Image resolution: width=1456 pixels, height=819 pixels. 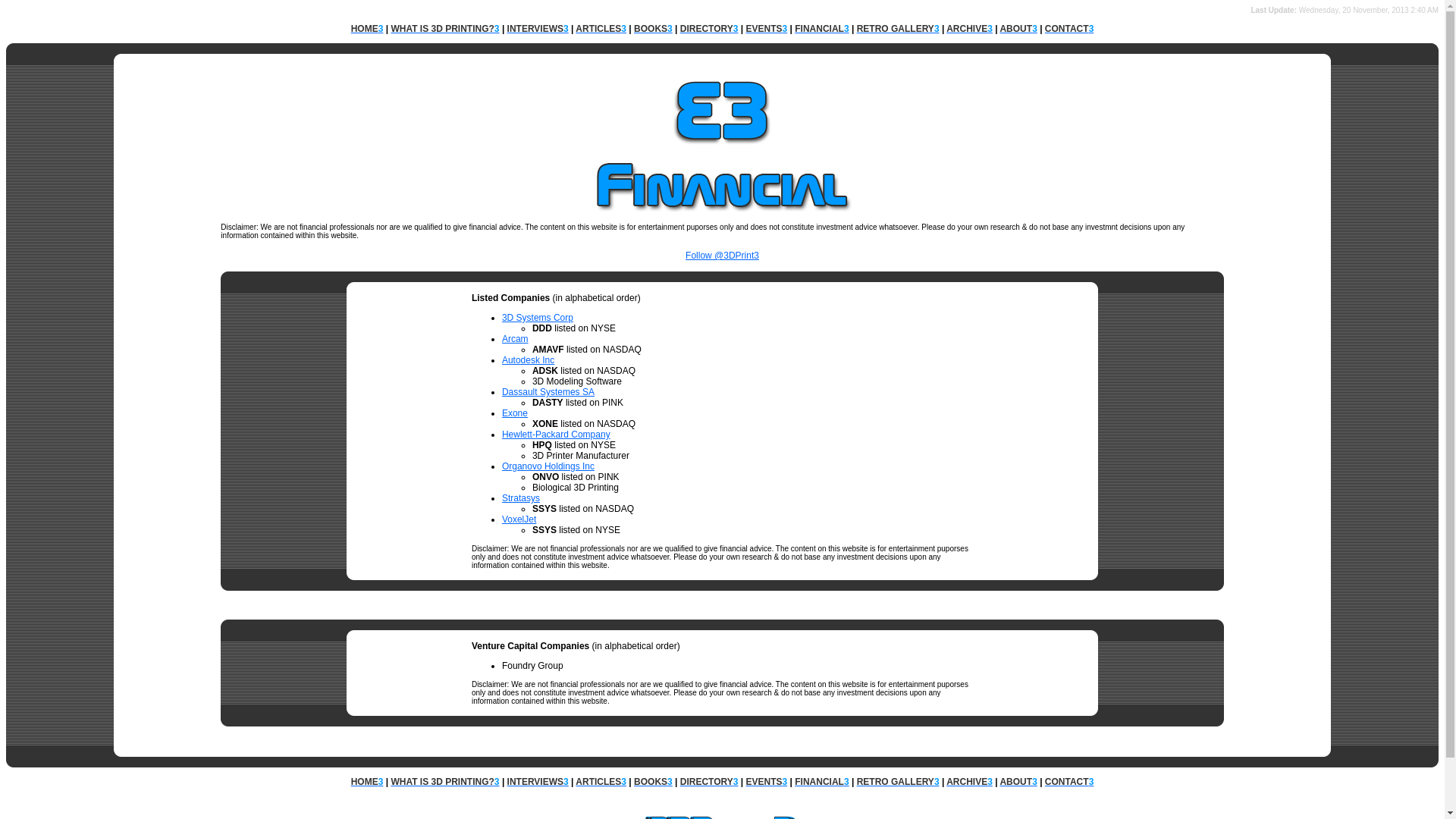 What do you see at coordinates (367, 781) in the screenshot?
I see `'HOME3'` at bounding box center [367, 781].